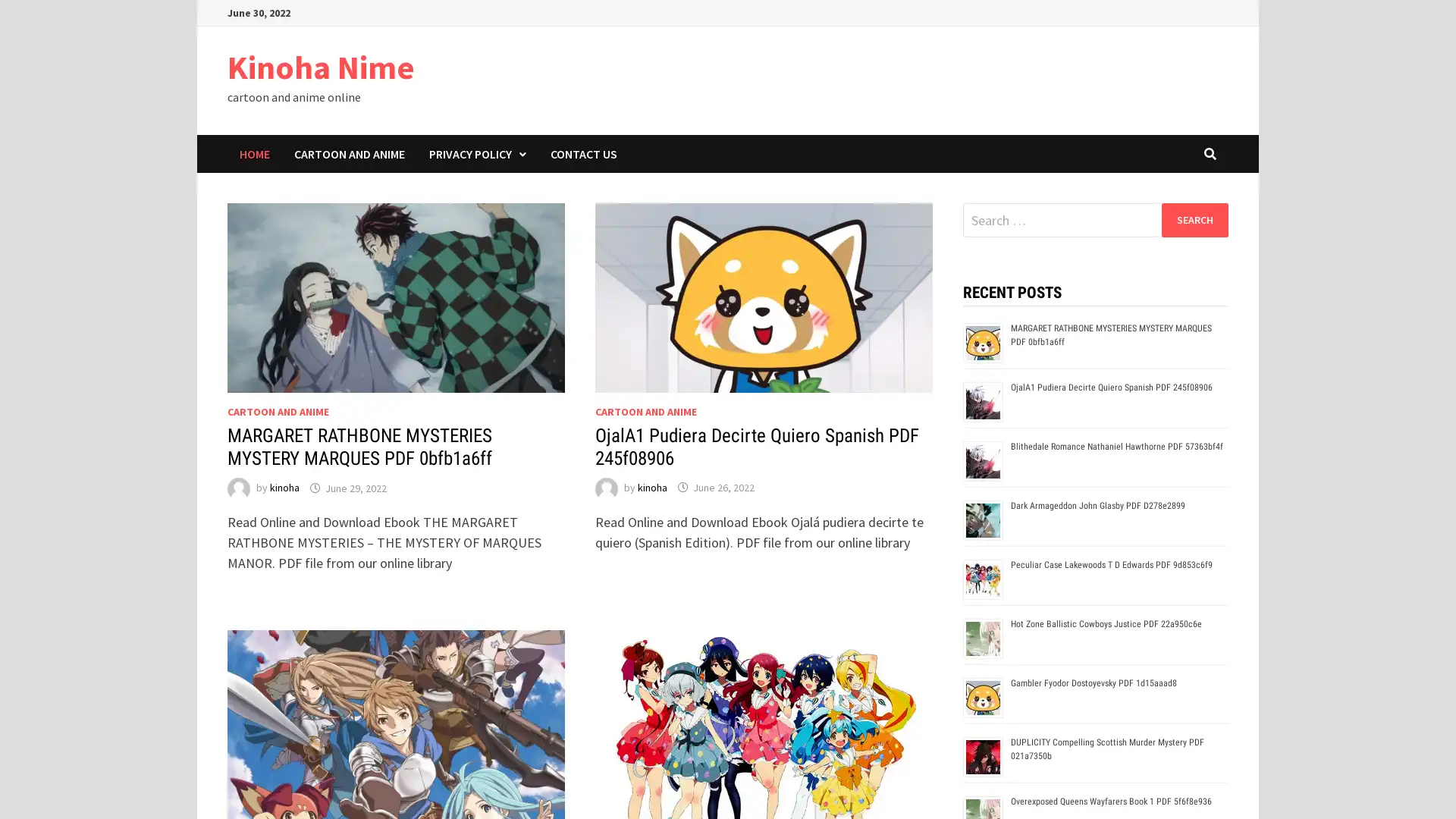 Image resolution: width=1456 pixels, height=819 pixels. I want to click on Search, so click(1194, 219).